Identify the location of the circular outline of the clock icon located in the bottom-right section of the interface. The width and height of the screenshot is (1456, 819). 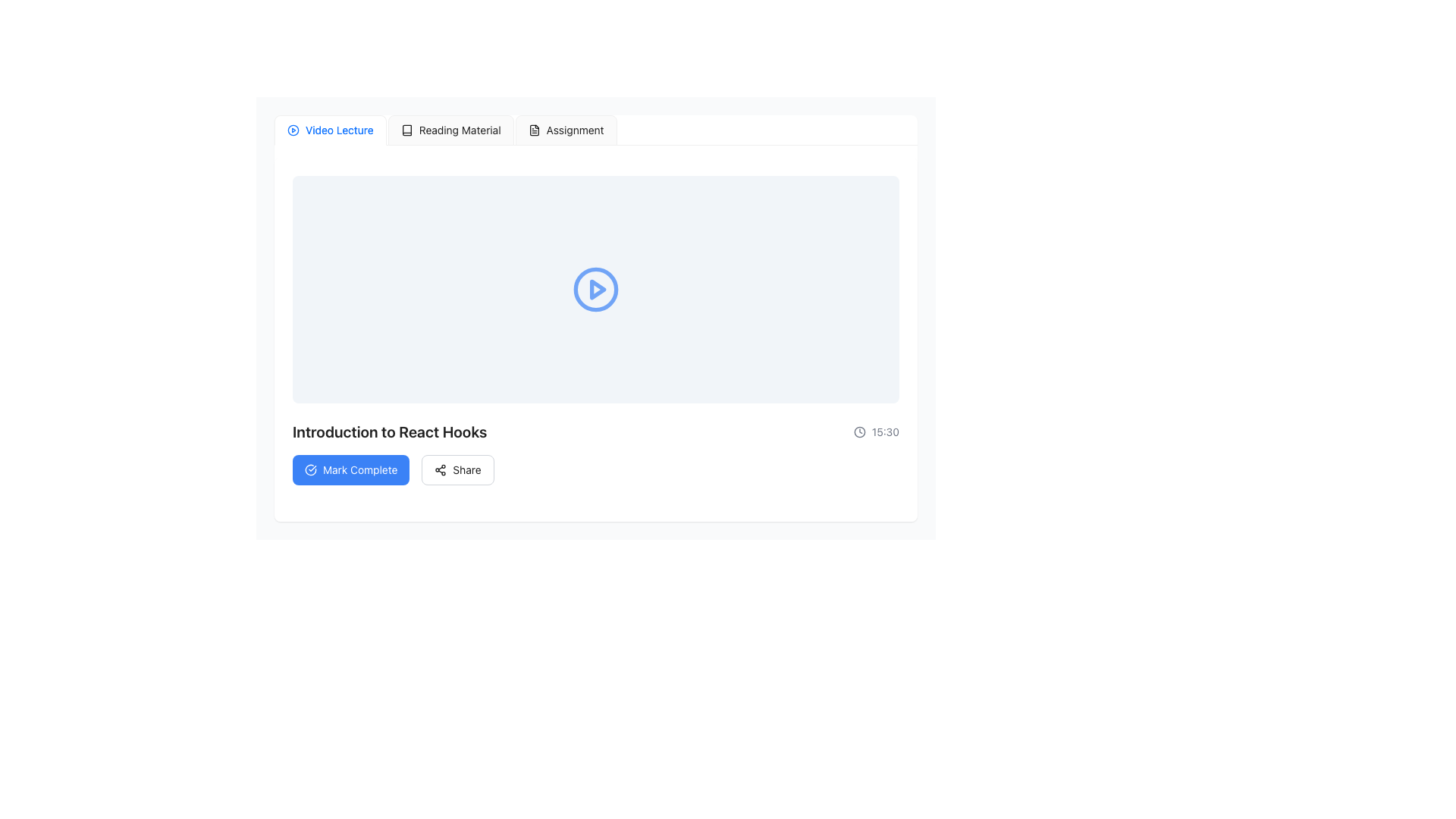
(859, 432).